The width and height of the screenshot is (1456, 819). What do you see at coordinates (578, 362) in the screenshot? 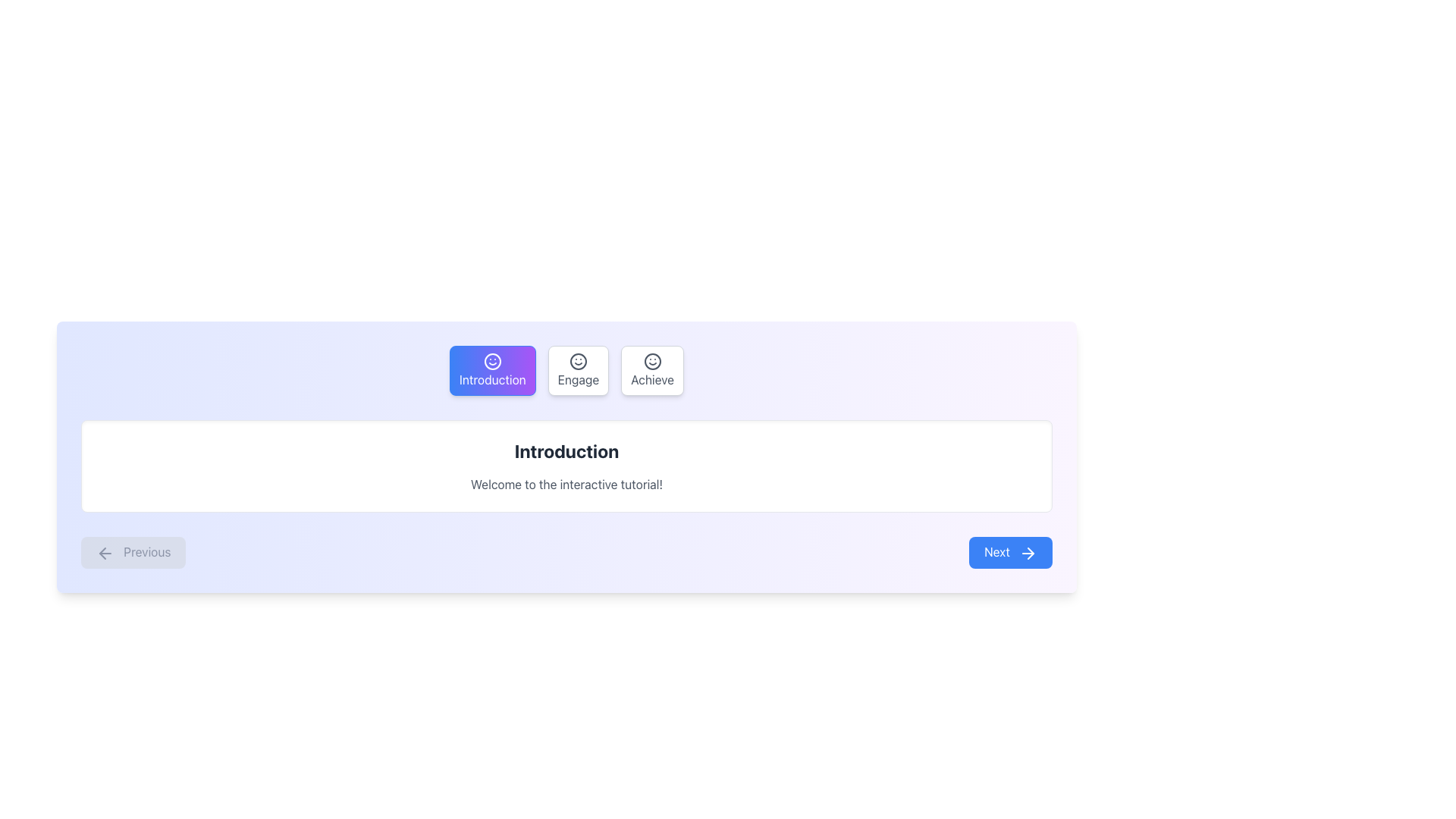
I see `the SVG Circle that forms the outline of the smiley face within the 'Engage' button, which is centrally positioned between the 'Introduction' and 'Achieve' options` at bounding box center [578, 362].